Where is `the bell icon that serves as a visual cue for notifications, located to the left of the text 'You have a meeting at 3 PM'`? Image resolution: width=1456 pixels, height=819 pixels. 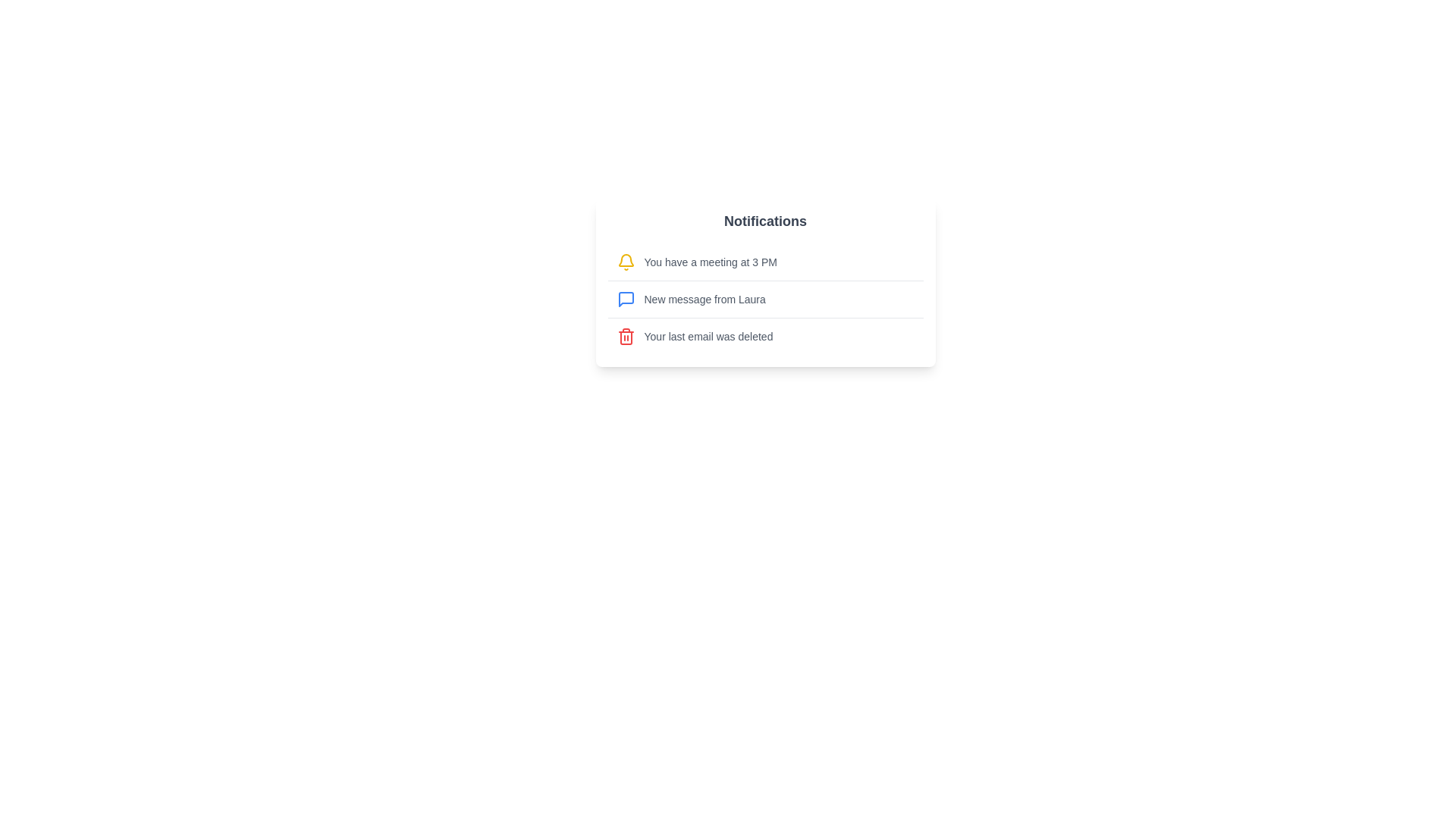 the bell icon that serves as a visual cue for notifications, located to the left of the text 'You have a meeting at 3 PM' is located at coordinates (626, 262).